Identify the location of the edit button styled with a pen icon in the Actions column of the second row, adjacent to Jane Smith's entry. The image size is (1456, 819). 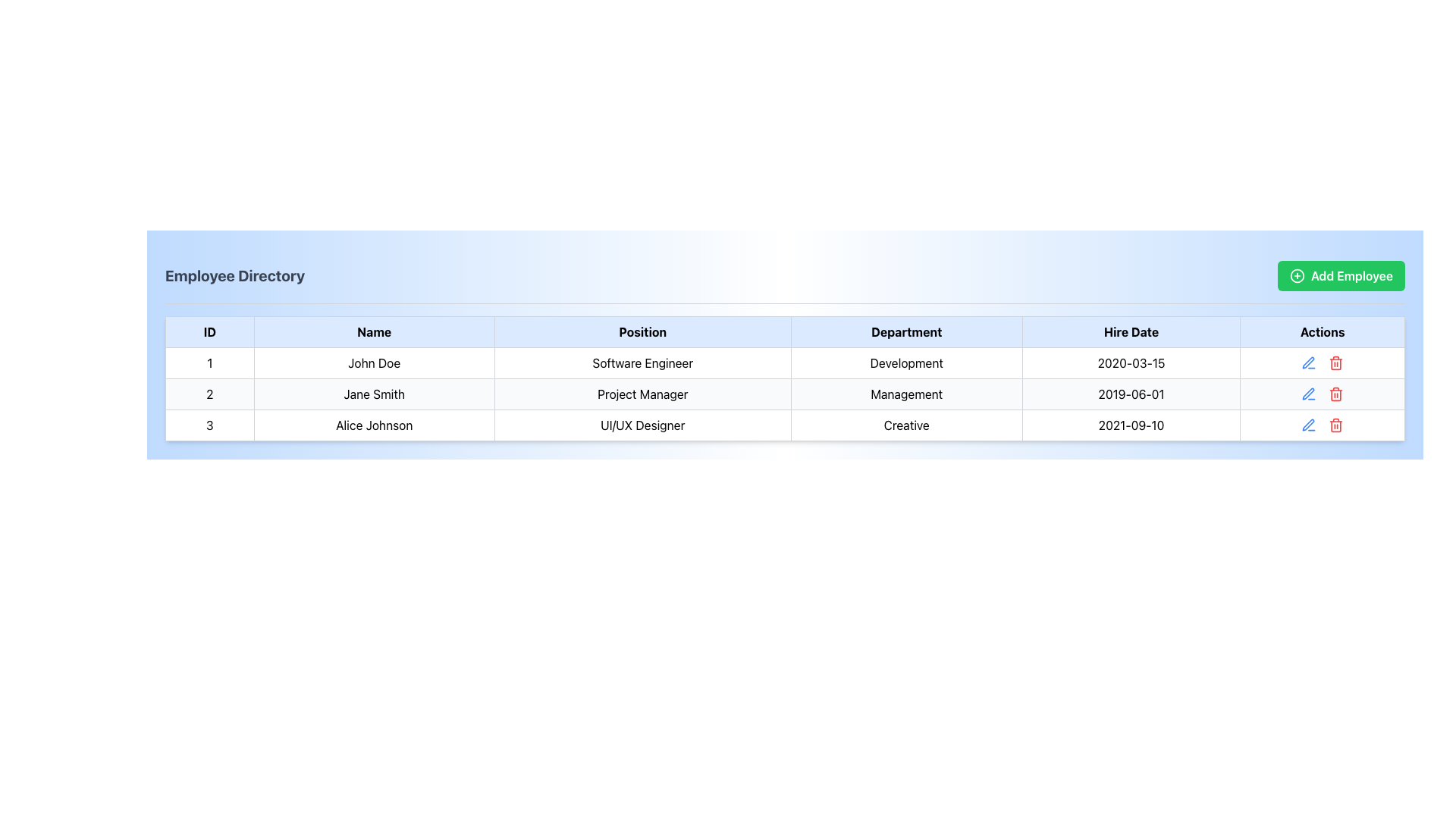
(1308, 394).